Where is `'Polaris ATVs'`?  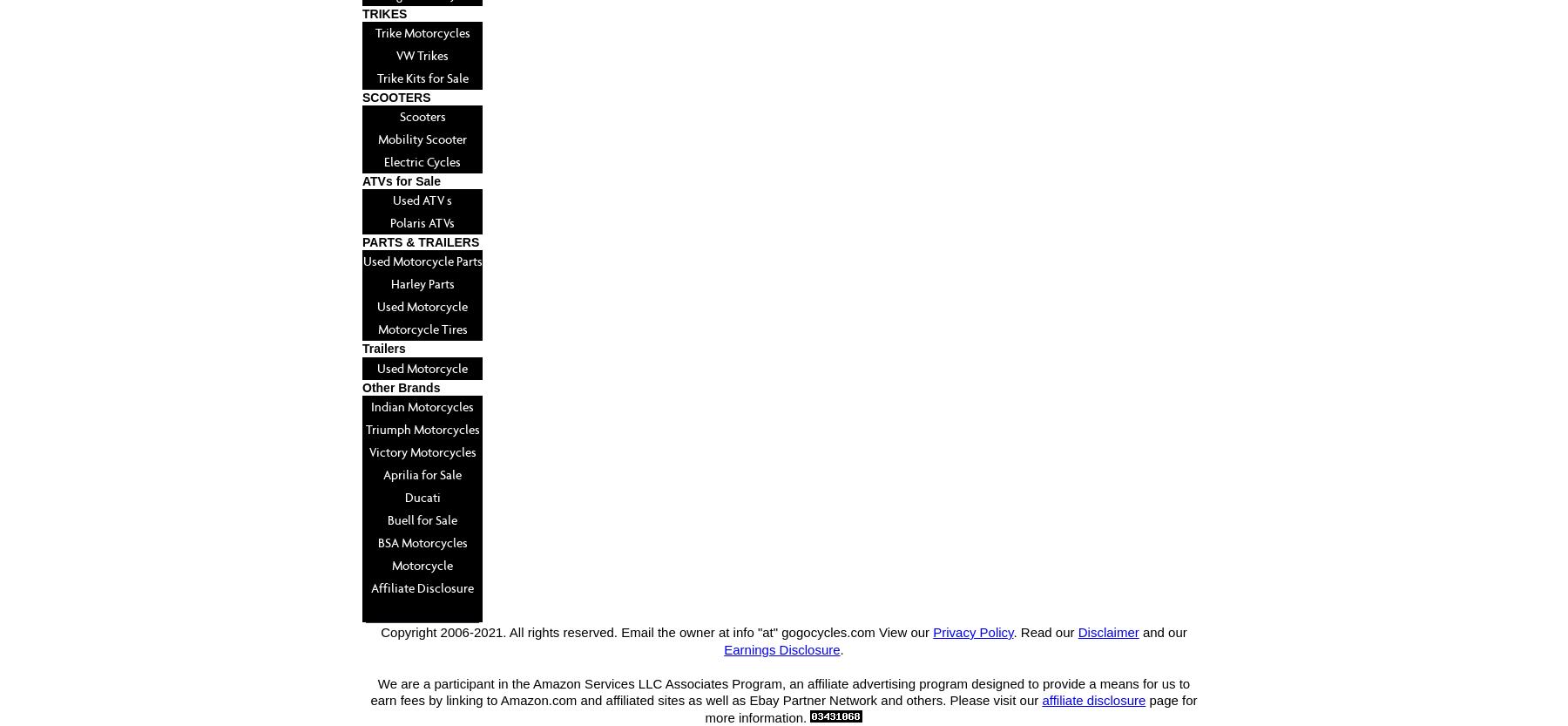
'Polaris ATVs' is located at coordinates (421, 222).